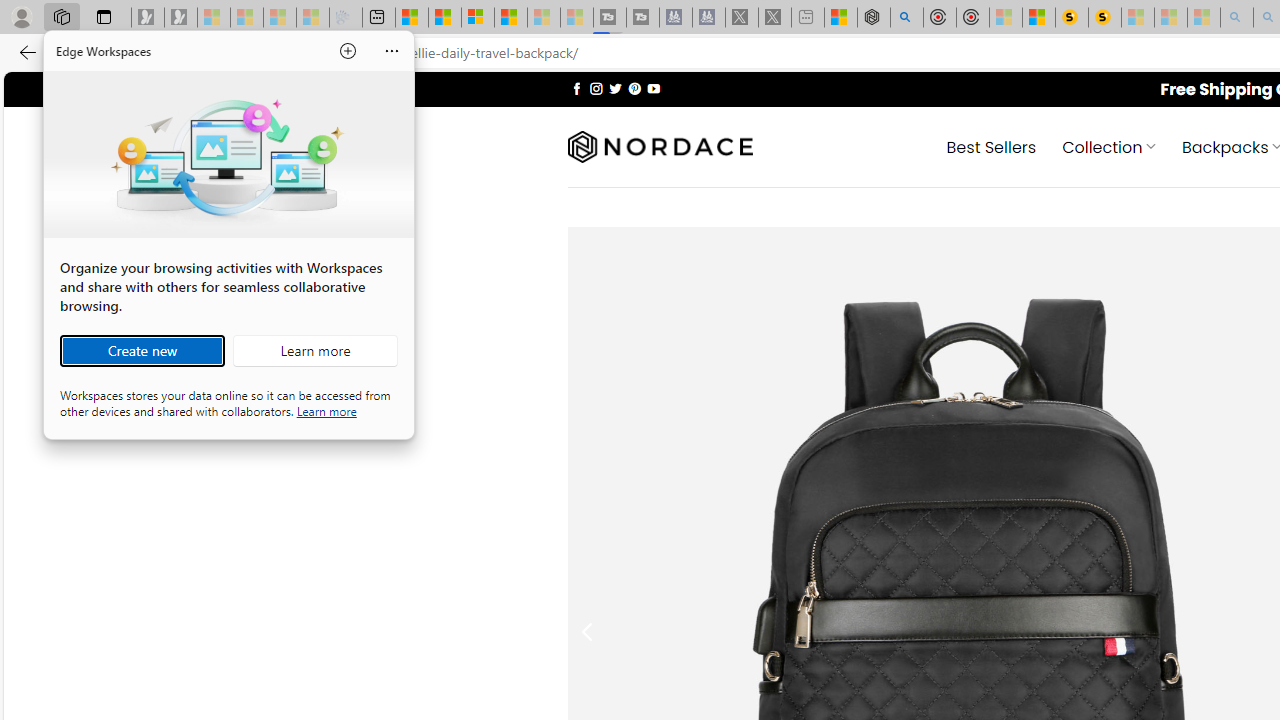 The height and width of the screenshot is (720, 1280). What do you see at coordinates (653, 87) in the screenshot?
I see `'Follow on YouTube'` at bounding box center [653, 87].